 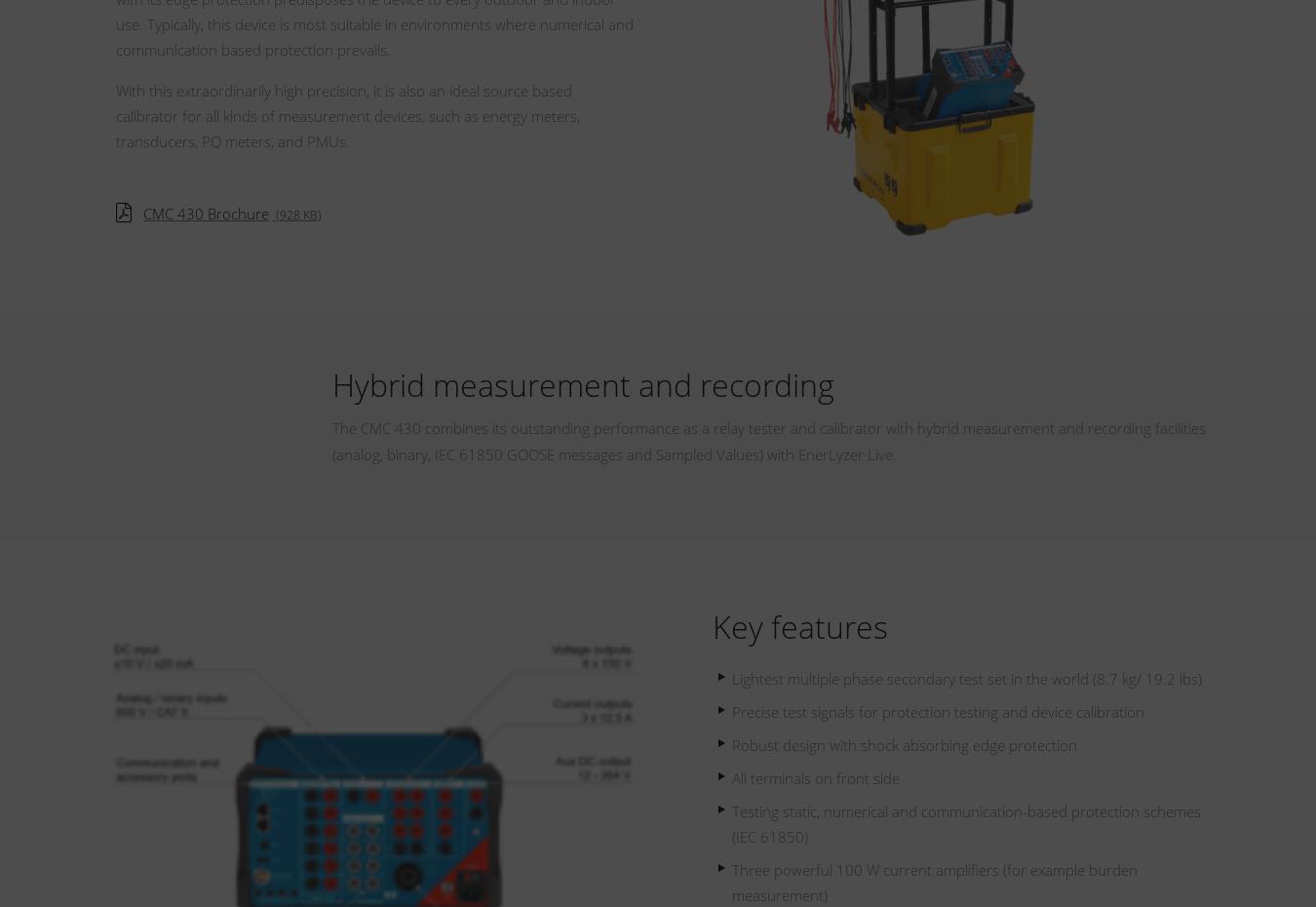 What do you see at coordinates (965, 678) in the screenshot?
I see `'Lightest multiple phase secondary test set in the world (8.7 kg/ 19.2 lbs)'` at bounding box center [965, 678].